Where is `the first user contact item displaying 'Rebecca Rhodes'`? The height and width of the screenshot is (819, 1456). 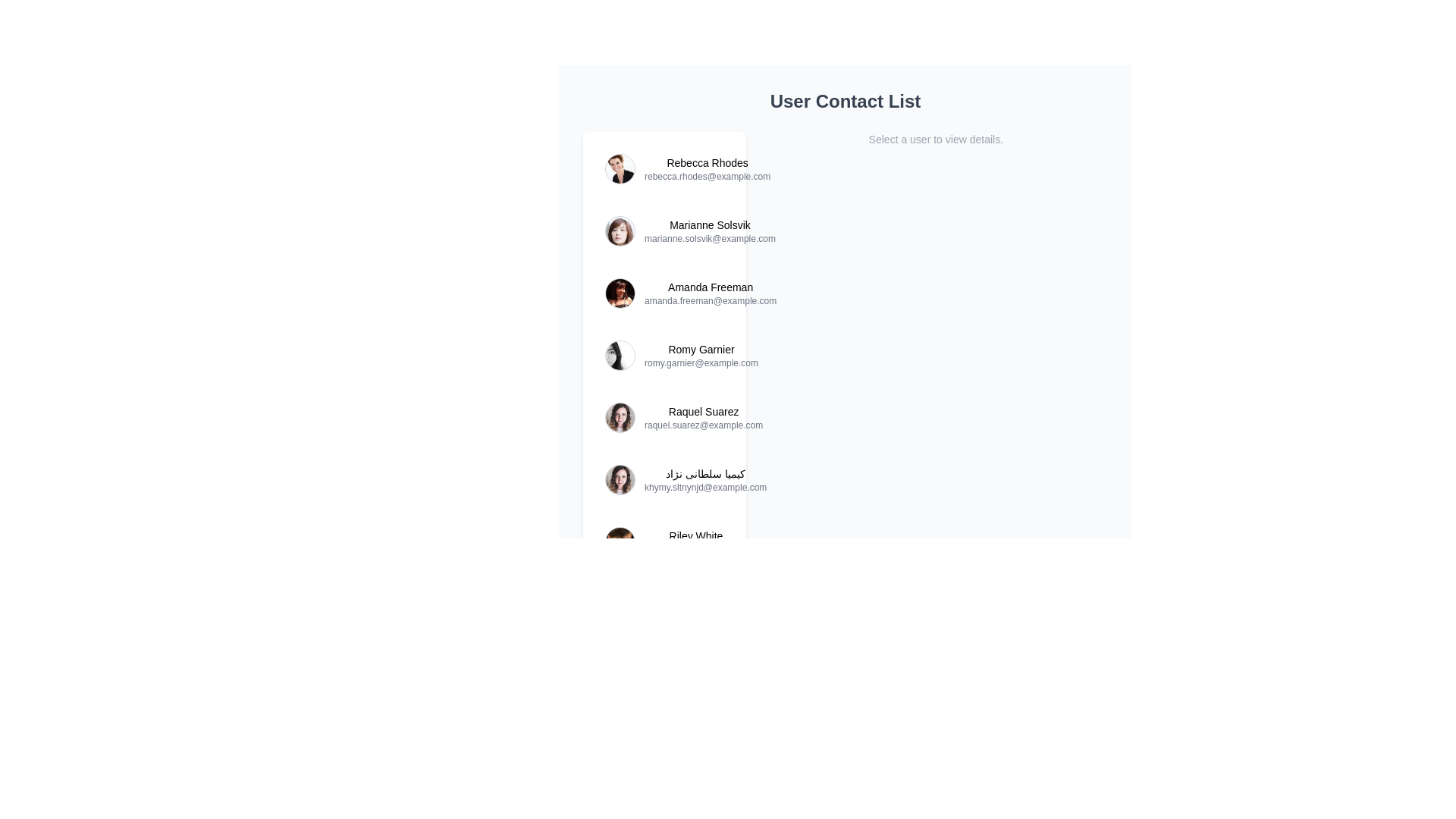
the first user contact item displaying 'Rebecca Rhodes' is located at coordinates (664, 169).